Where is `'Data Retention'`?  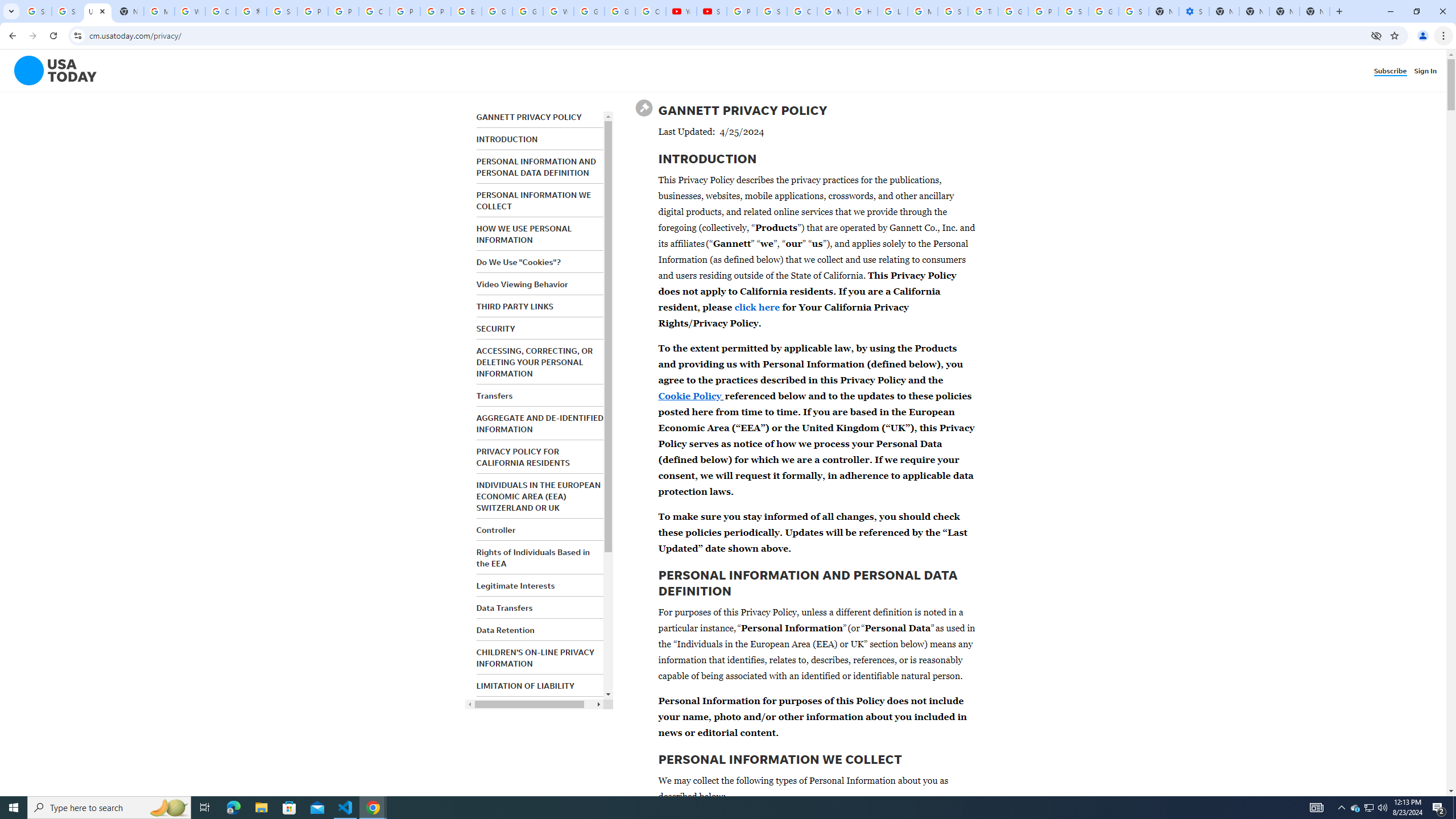 'Data Retention' is located at coordinates (505, 630).